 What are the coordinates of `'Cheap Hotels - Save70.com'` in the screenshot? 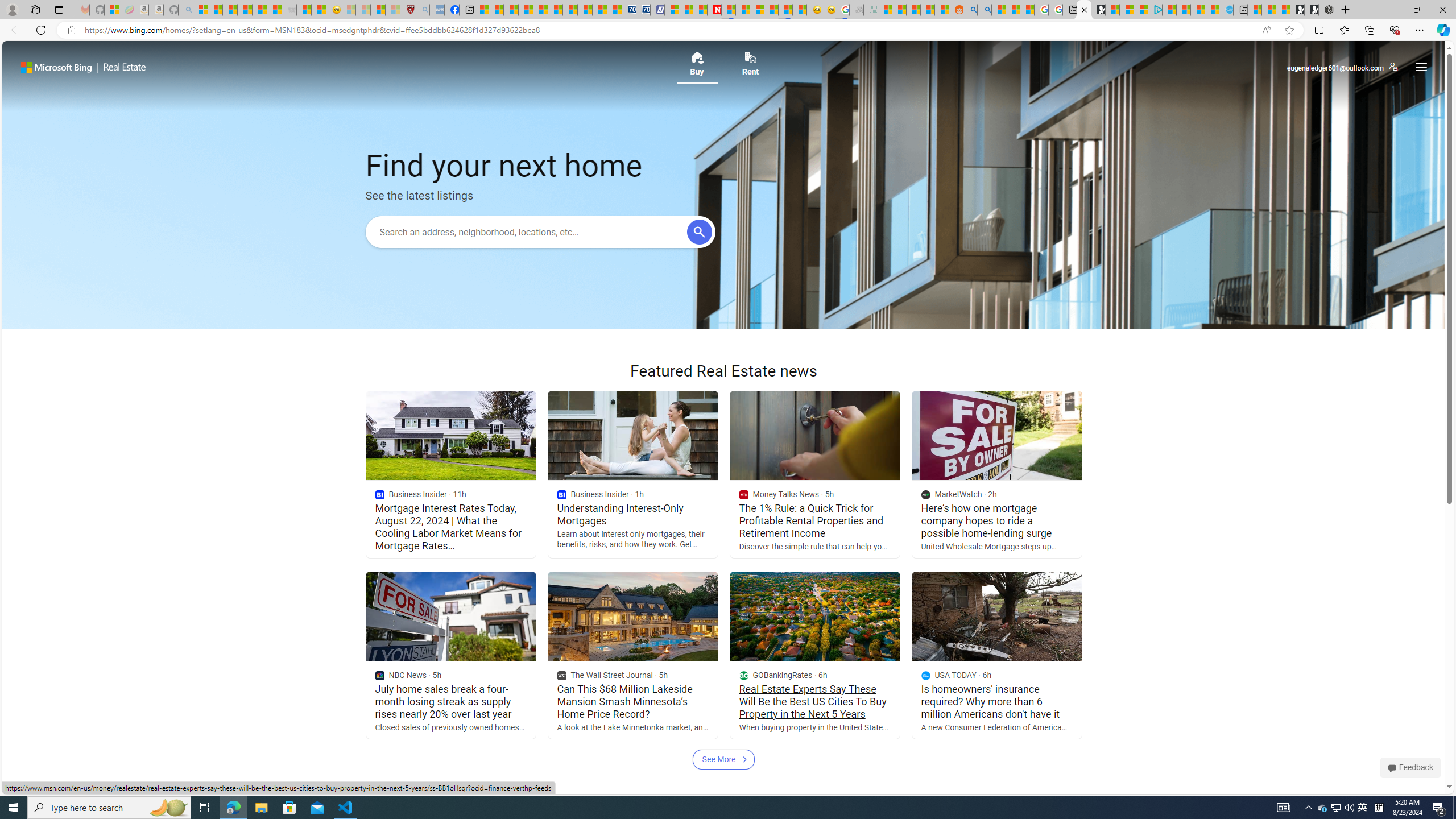 It's located at (643, 9).